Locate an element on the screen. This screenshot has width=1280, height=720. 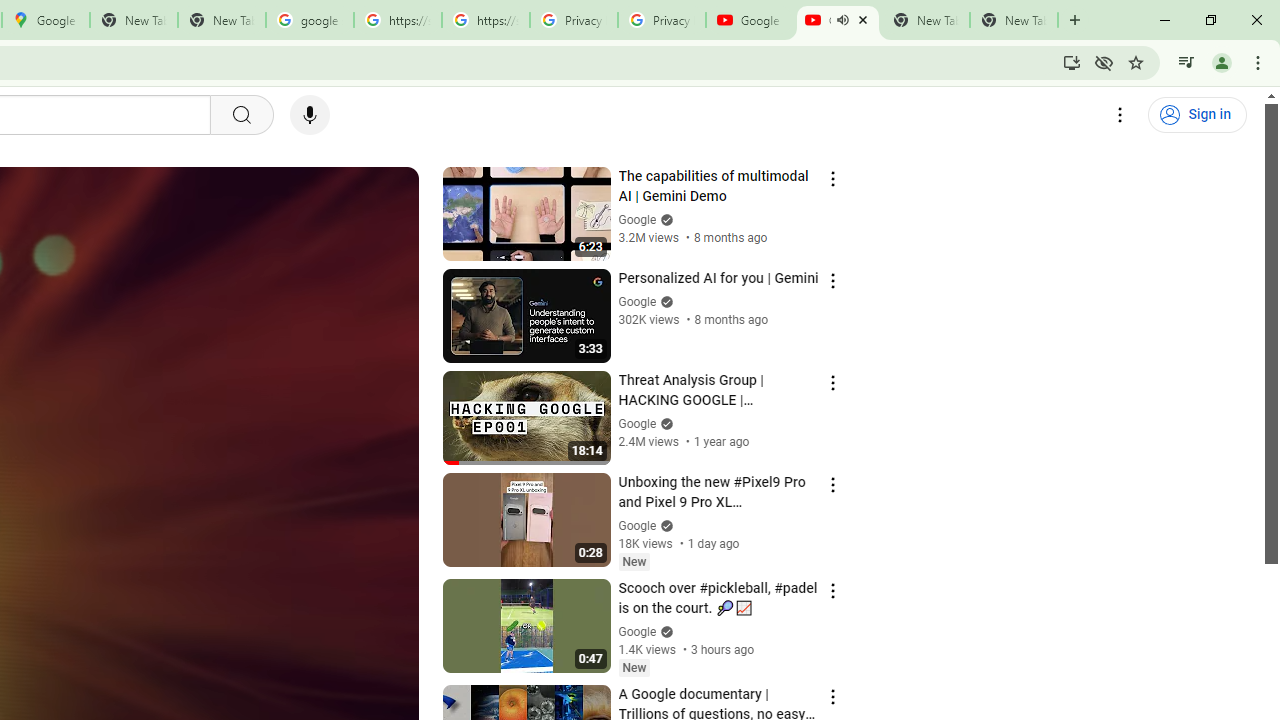
'Install YouTube' is located at coordinates (1071, 61).